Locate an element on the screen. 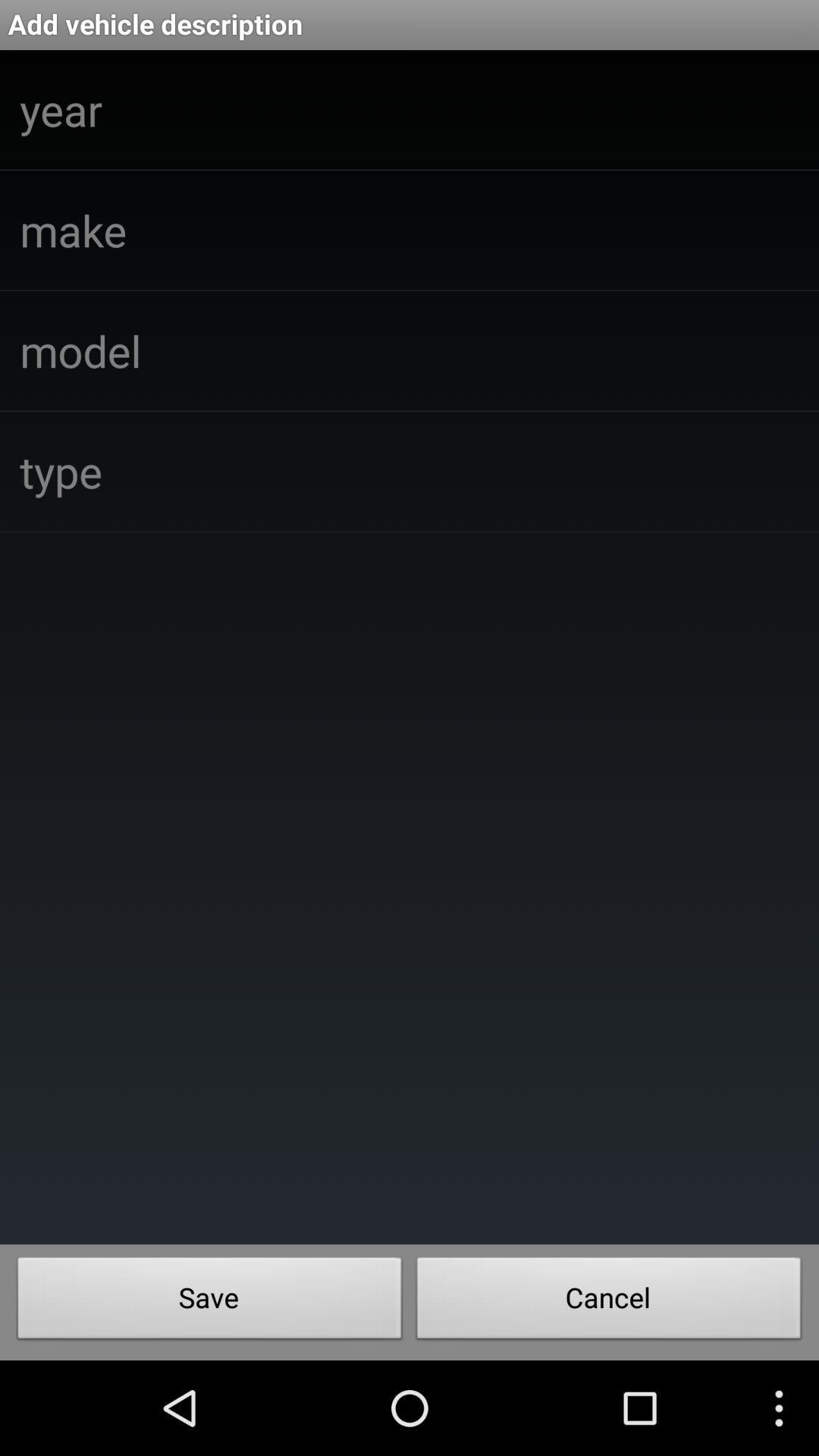 Image resolution: width=819 pixels, height=1456 pixels. cancel button is located at coordinates (608, 1301).